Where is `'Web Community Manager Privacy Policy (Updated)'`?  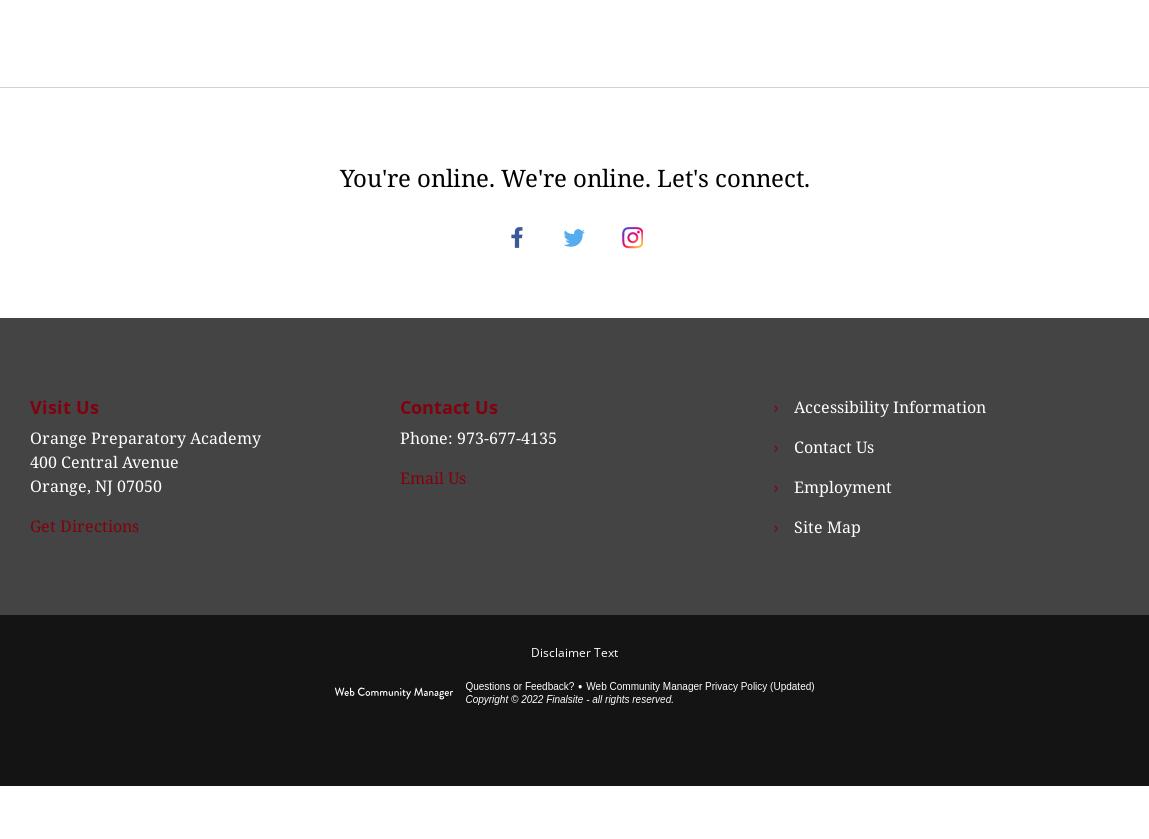 'Web Community Manager Privacy Policy (Updated)' is located at coordinates (585, 708).